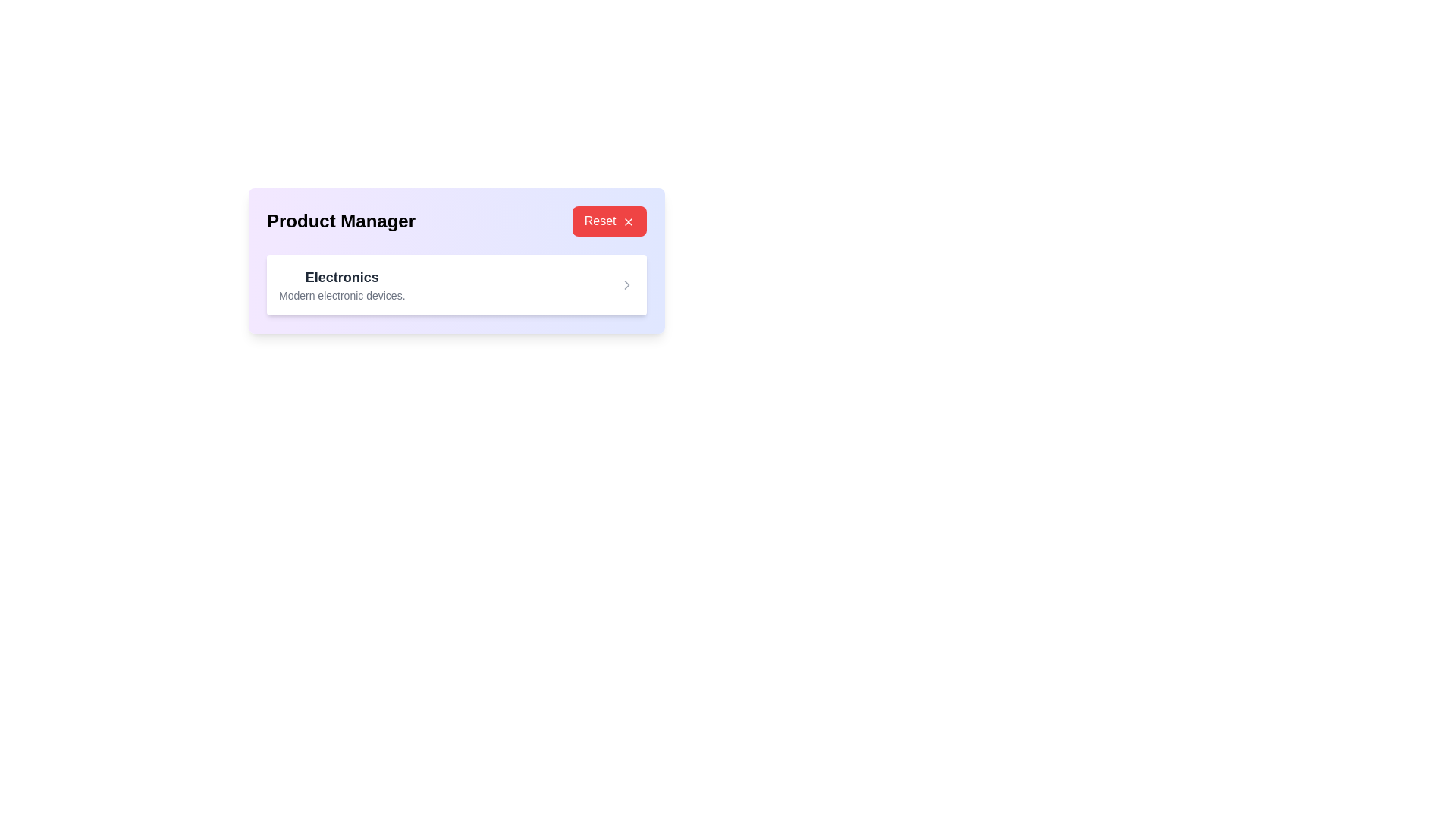  What do you see at coordinates (341, 278) in the screenshot?
I see `the text label 'Electronics' which is styled with a bold and larger font size, located in the top portion of a two-line display within the 'Product Manager' section` at bounding box center [341, 278].